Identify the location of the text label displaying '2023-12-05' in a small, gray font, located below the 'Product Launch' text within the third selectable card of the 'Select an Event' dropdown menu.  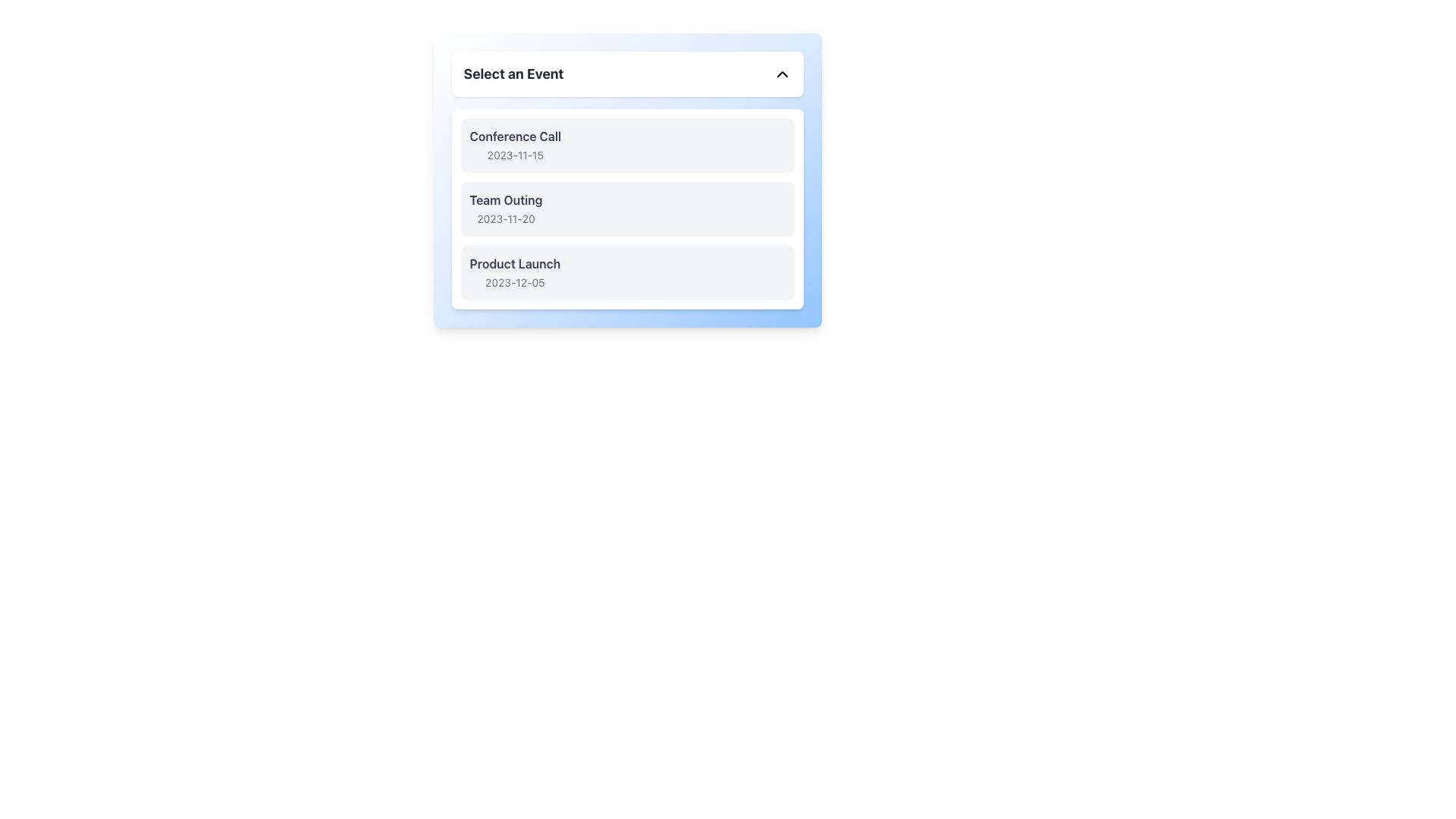
(515, 282).